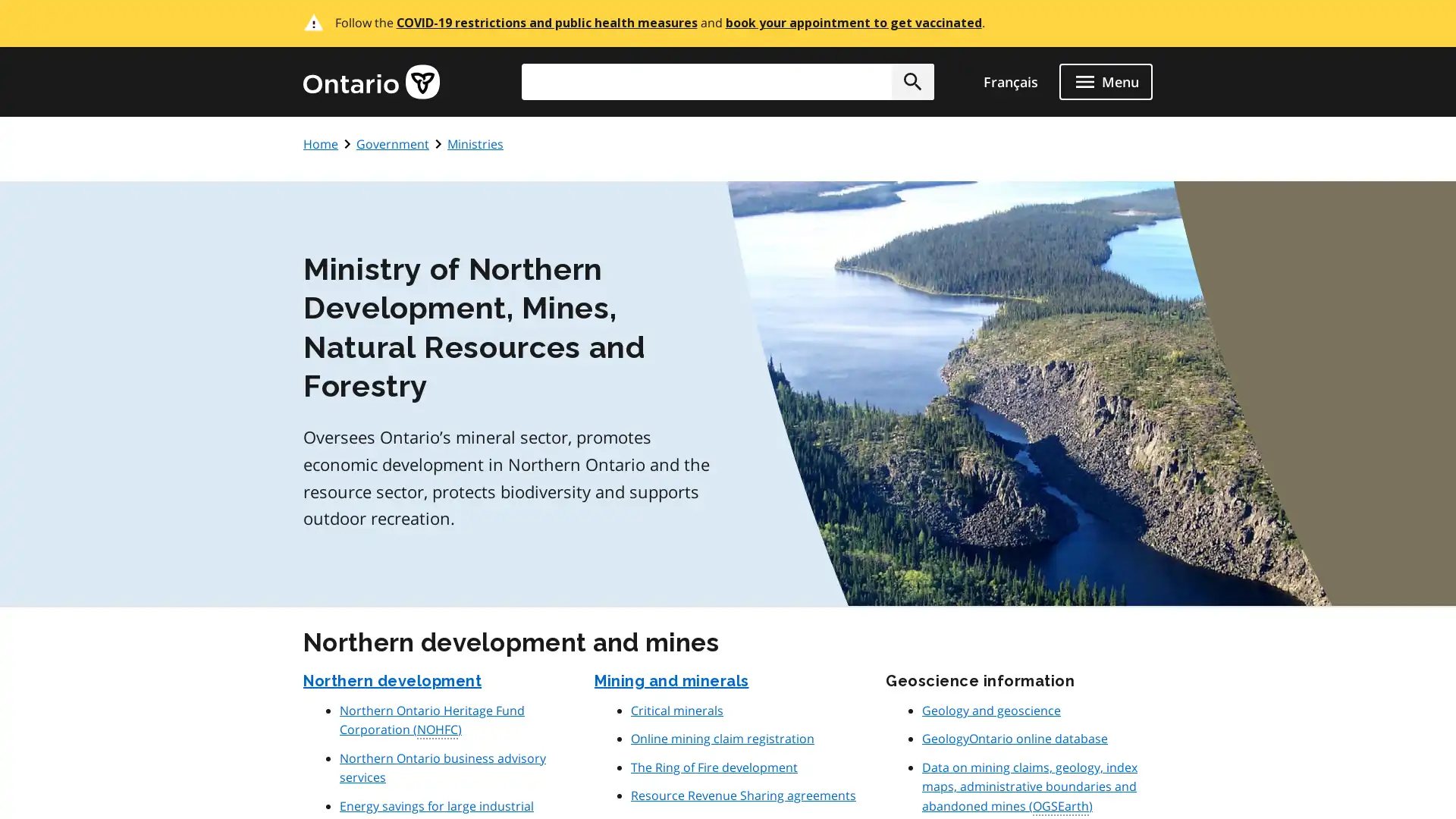  I want to click on Search, so click(912, 81).